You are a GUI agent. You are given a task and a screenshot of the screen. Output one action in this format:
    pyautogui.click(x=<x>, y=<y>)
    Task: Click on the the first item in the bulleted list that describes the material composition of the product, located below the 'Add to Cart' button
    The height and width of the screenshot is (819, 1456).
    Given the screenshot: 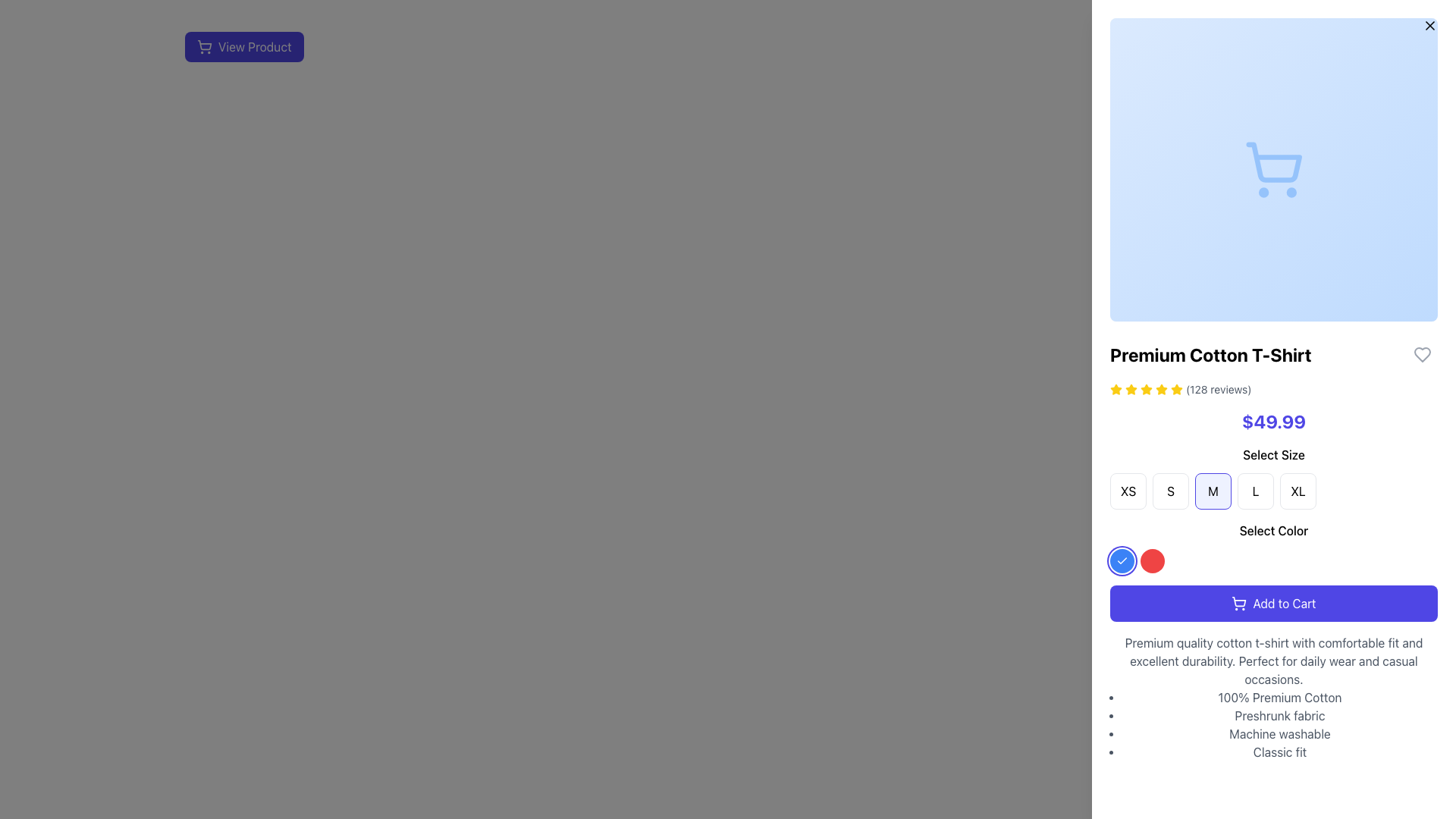 What is the action you would take?
    pyautogui.click(x=1279, y=698)
    